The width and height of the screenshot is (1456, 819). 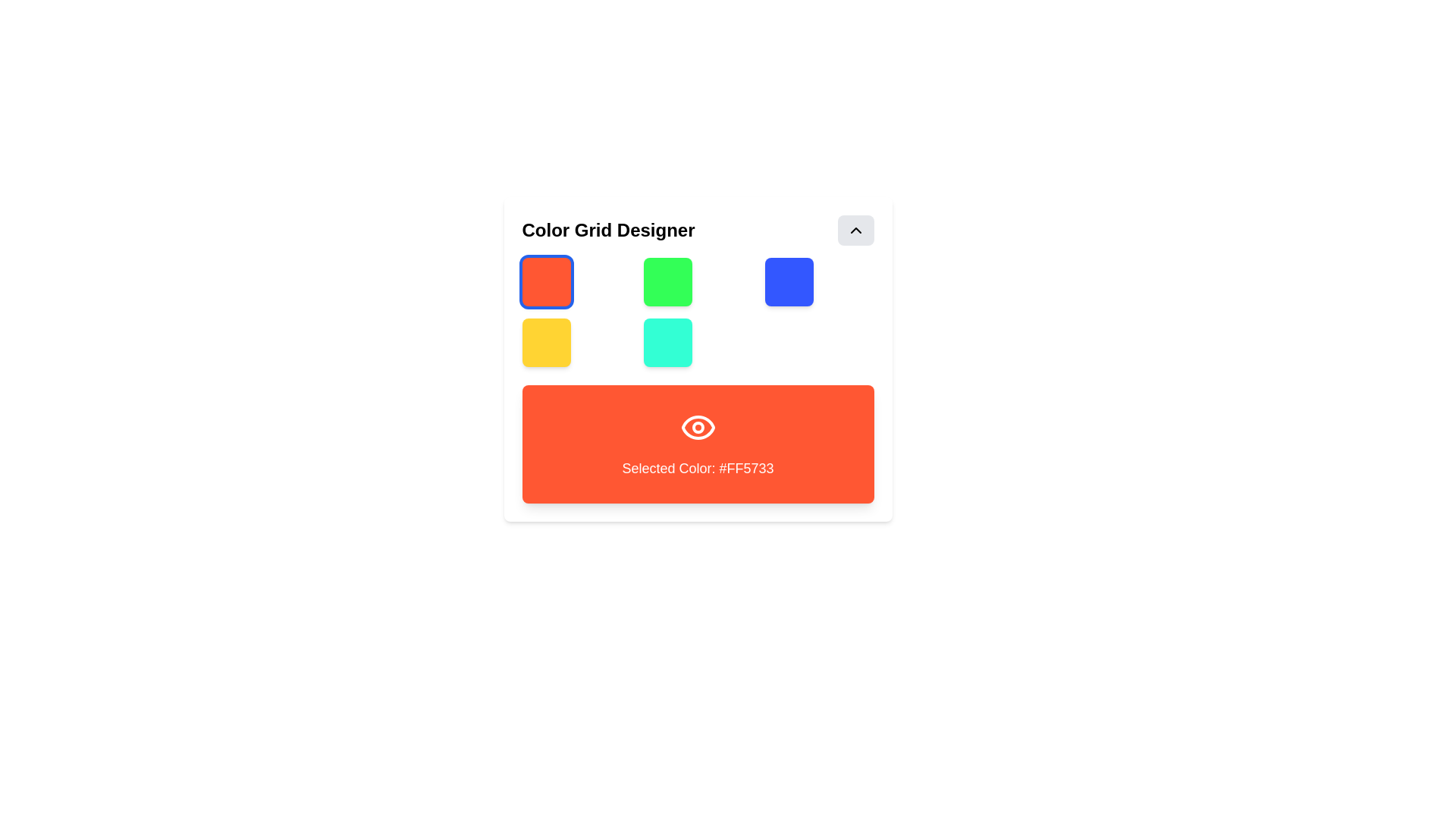 What do you see at coordinates (697, 427) in the screenshot?
I see `the outer elliptical contour of the eye-shaped icon located in the central-bottom region of the window` at bounding box center [697, 427].